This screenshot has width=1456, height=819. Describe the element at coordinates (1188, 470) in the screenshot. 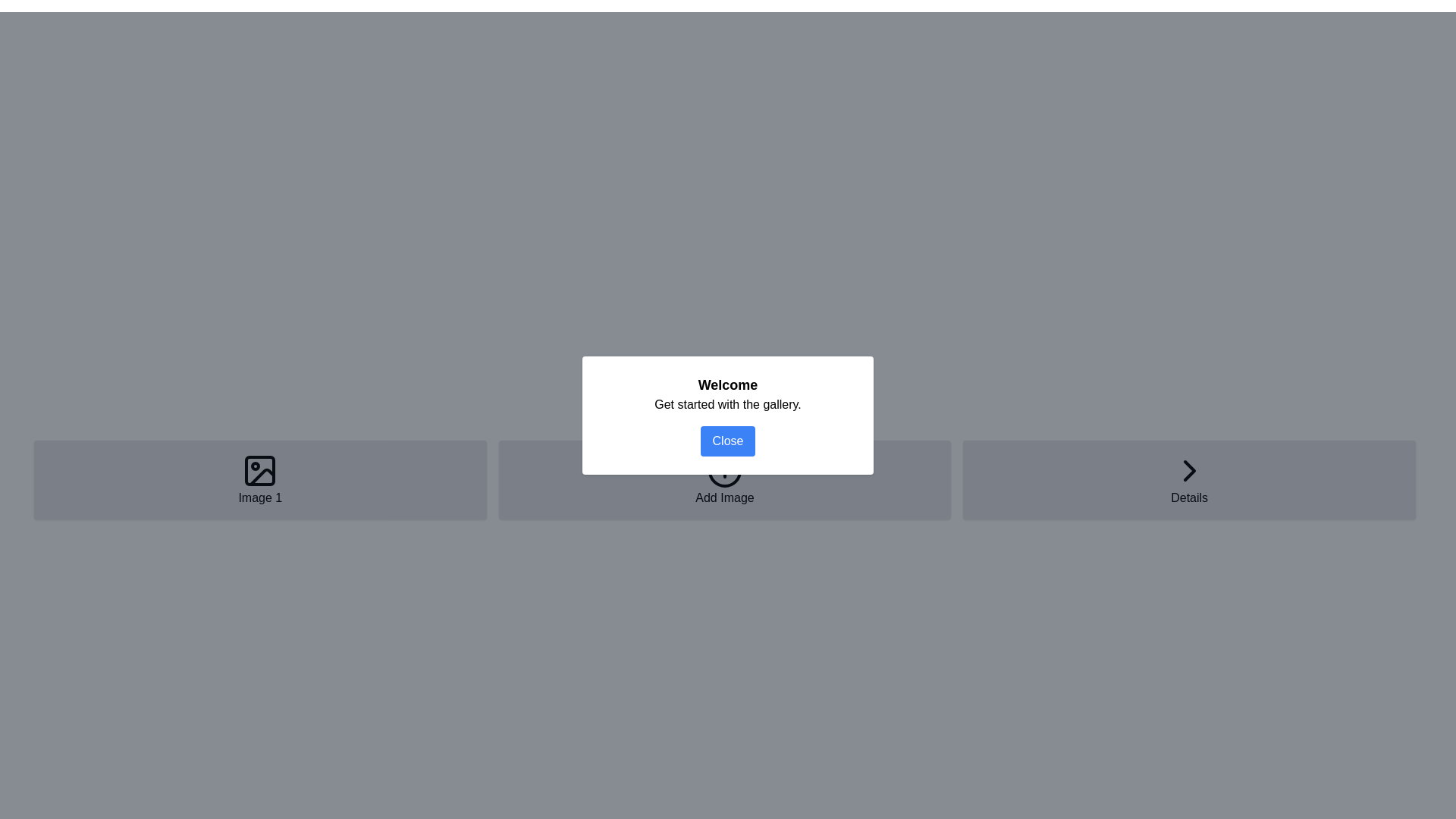

I see `the icon located in the rightmost card, which serves as an indicator for the 'Details' section, to uncover tooltips` at that location.